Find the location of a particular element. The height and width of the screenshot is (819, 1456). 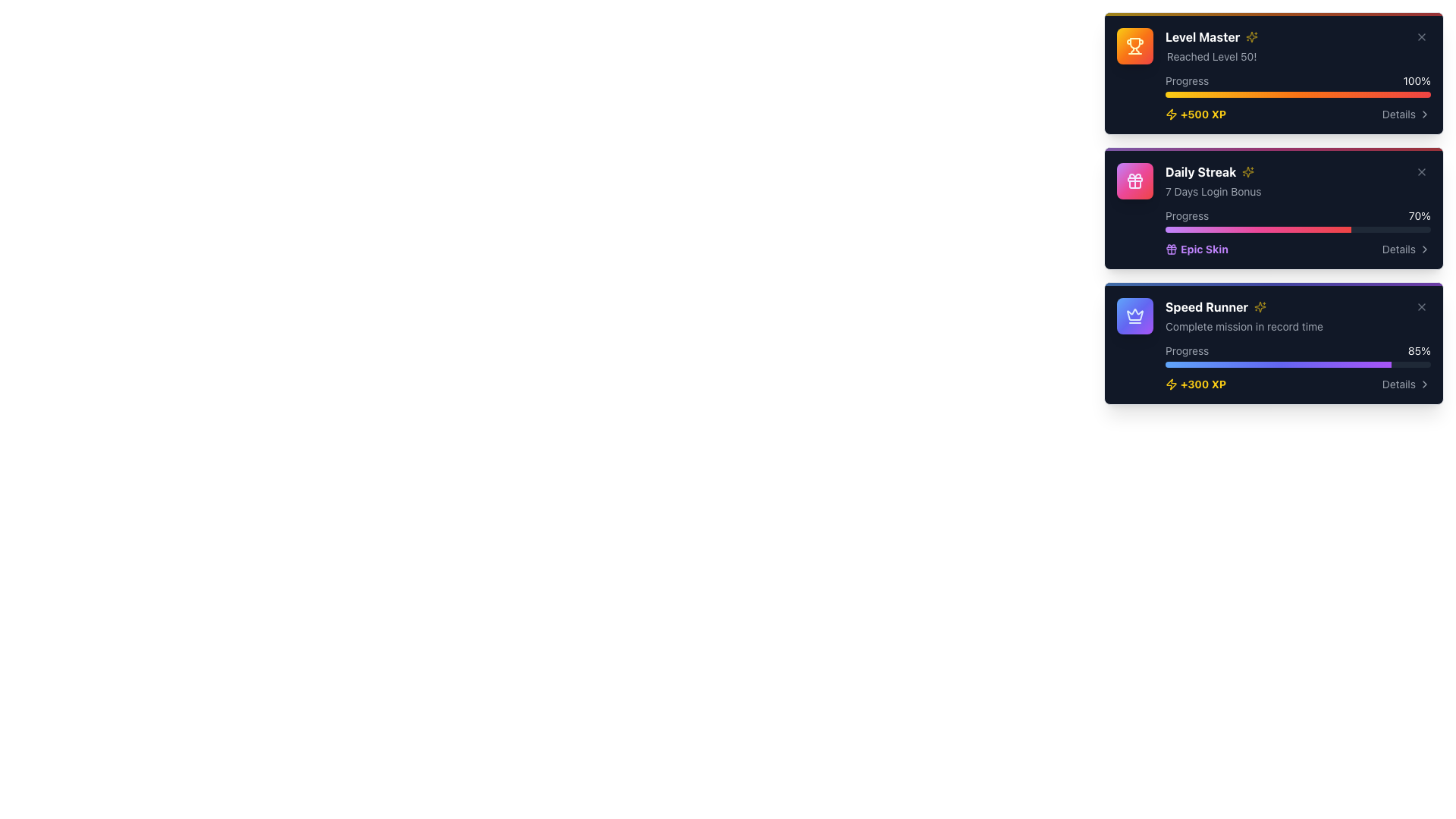

the second progress bar in the 'Daily Streak' card, which visually represents a completion progress of 70% is located at coordinates (1298, 230).